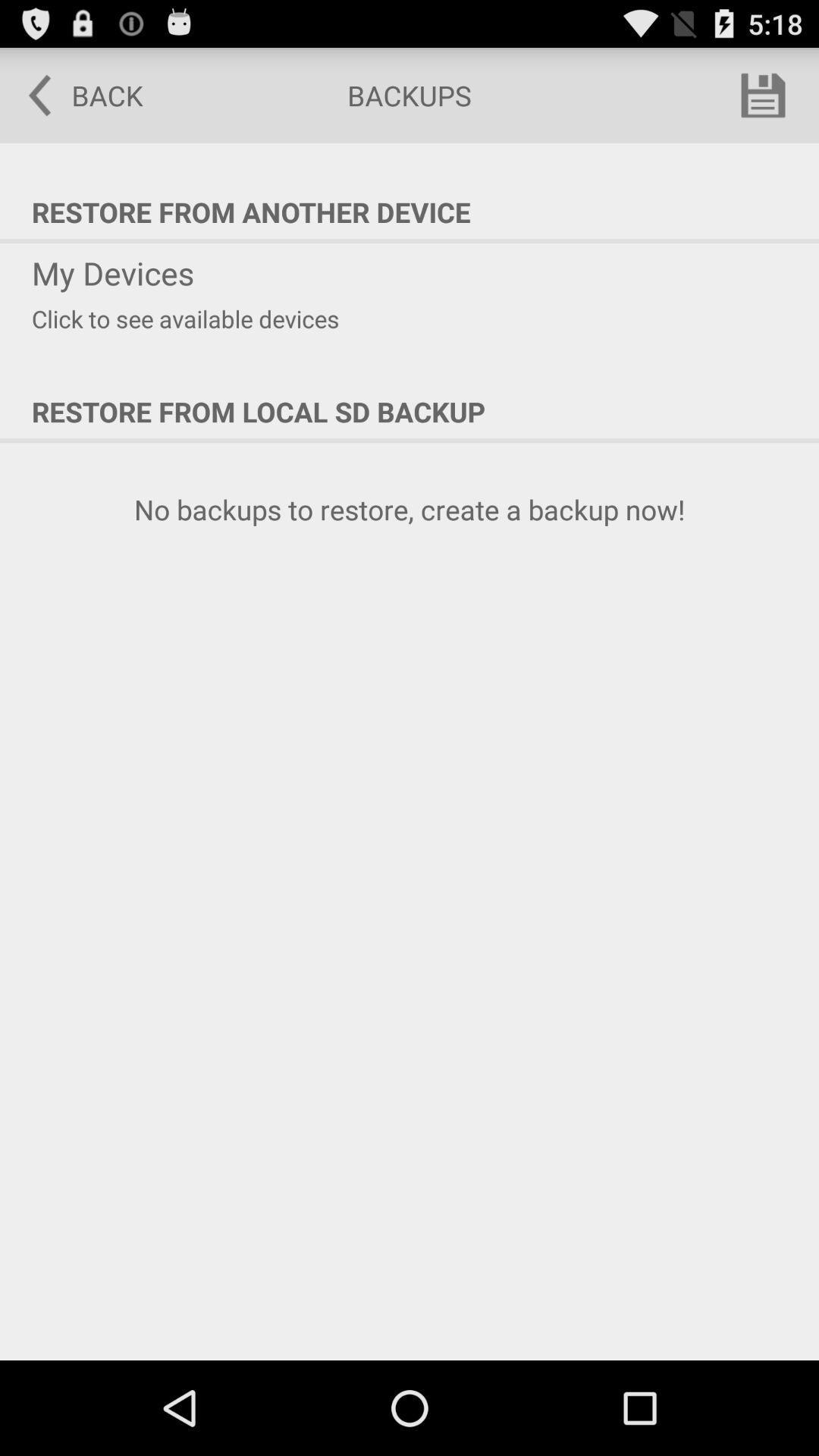  I want to click on backup, so click(763, 94).